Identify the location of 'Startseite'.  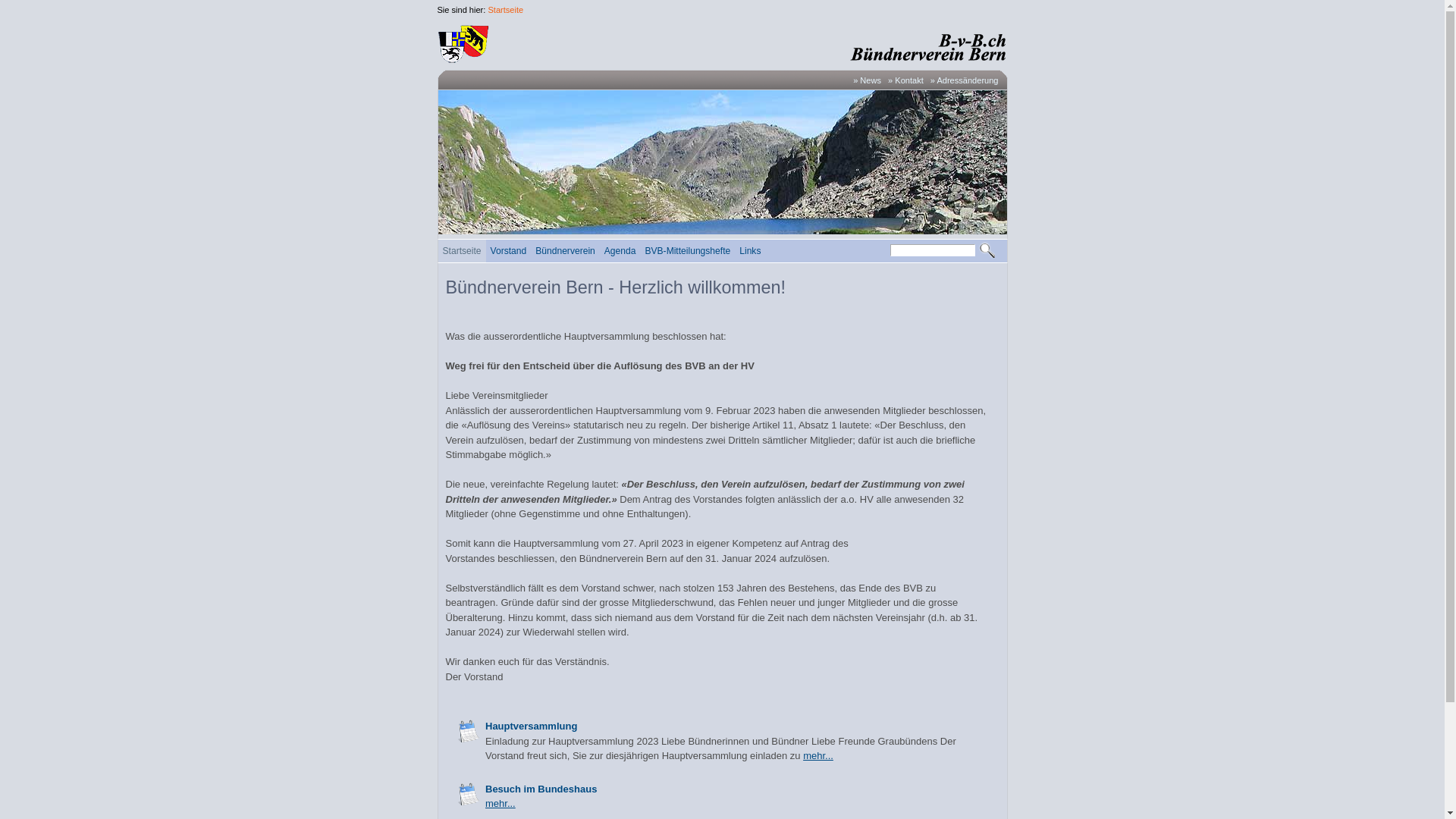
(505, 9).